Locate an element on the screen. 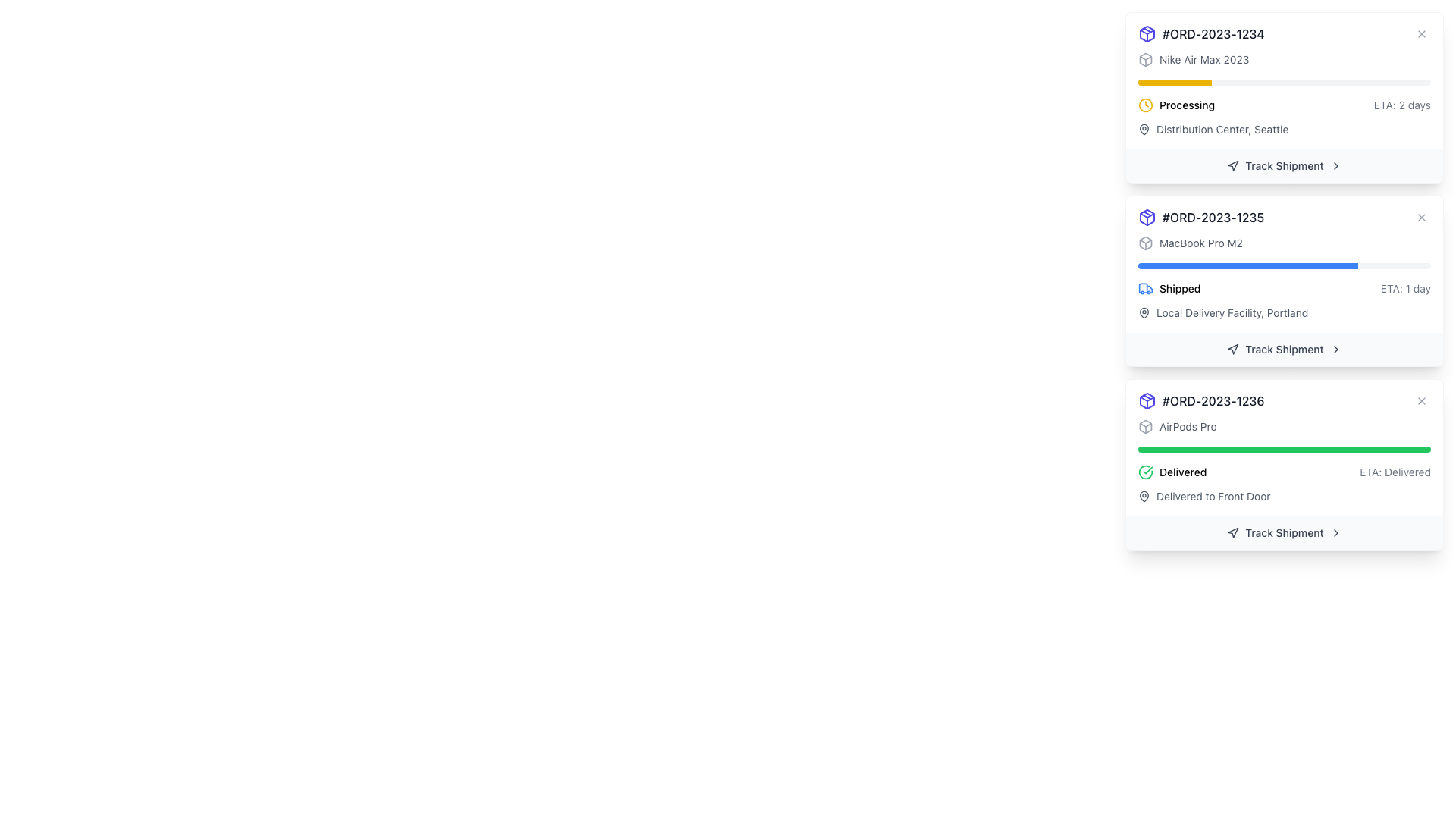 Image resolution: width=1456 pixels, height=819 pixels. the tracking icon within the 'Track Shipment' button to include it in the button interaction is located at coordinates (1233, 532).